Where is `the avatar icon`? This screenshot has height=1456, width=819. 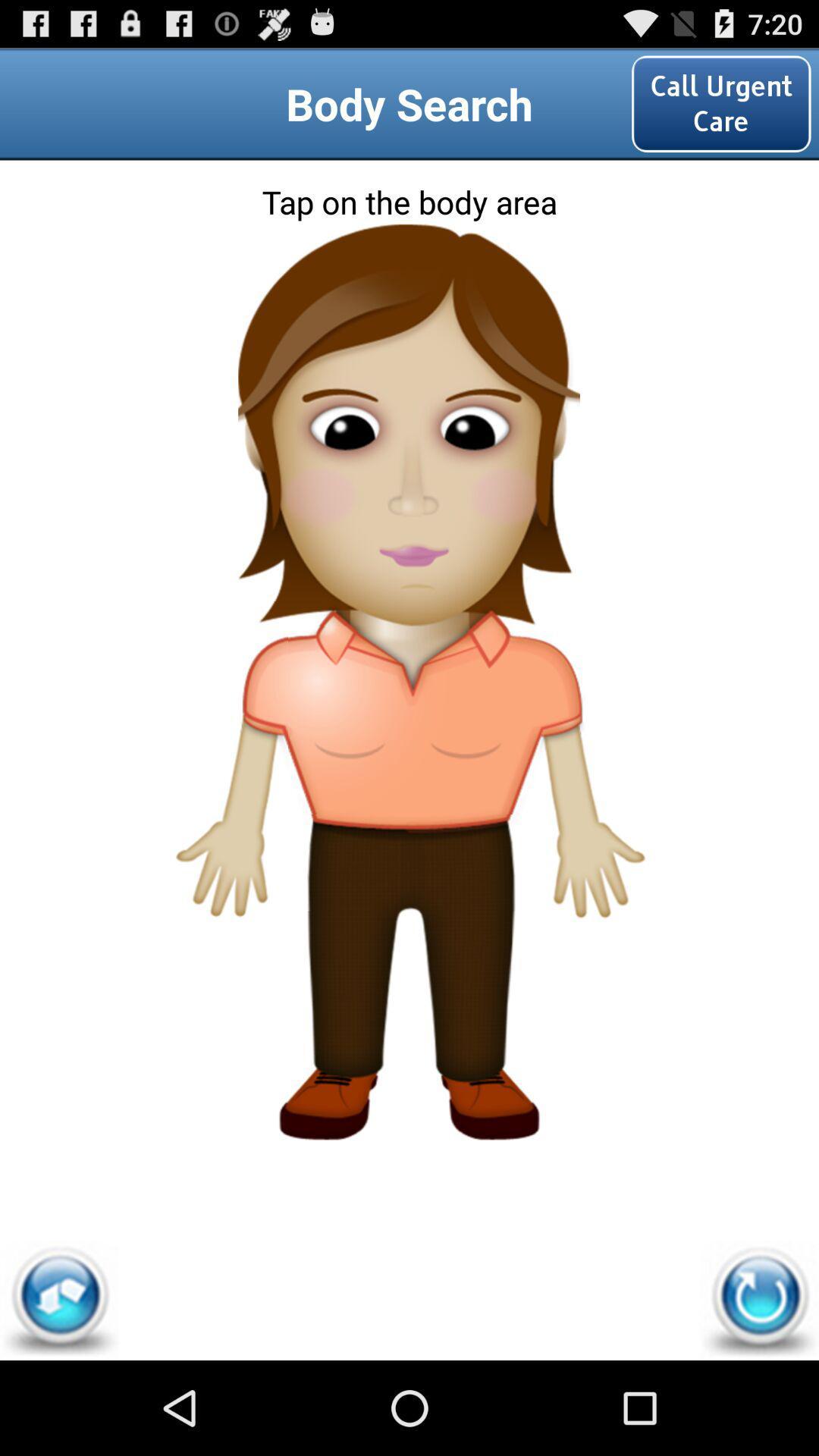 the avatar icon is located at coordinates (409, 564).